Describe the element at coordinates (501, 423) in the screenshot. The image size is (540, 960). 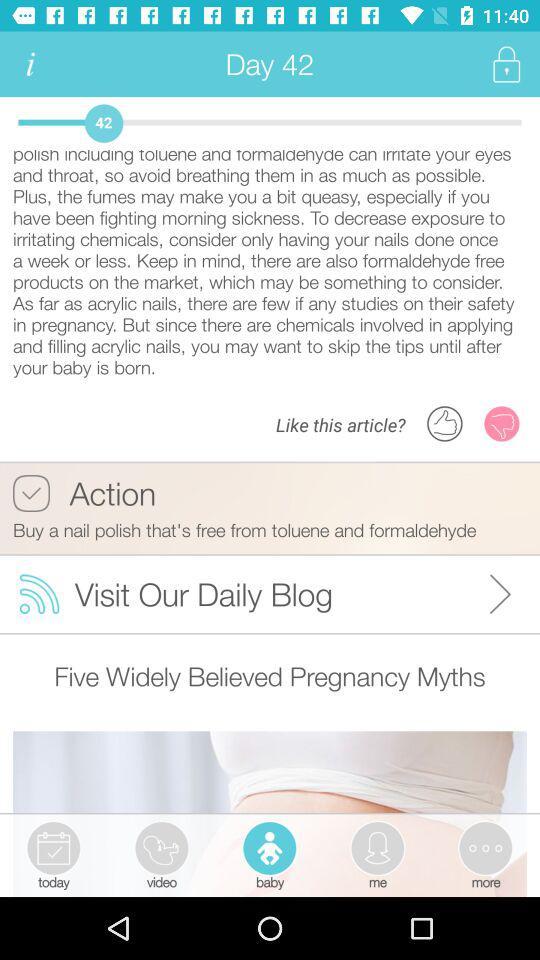
I see `dislike this article` at that location.